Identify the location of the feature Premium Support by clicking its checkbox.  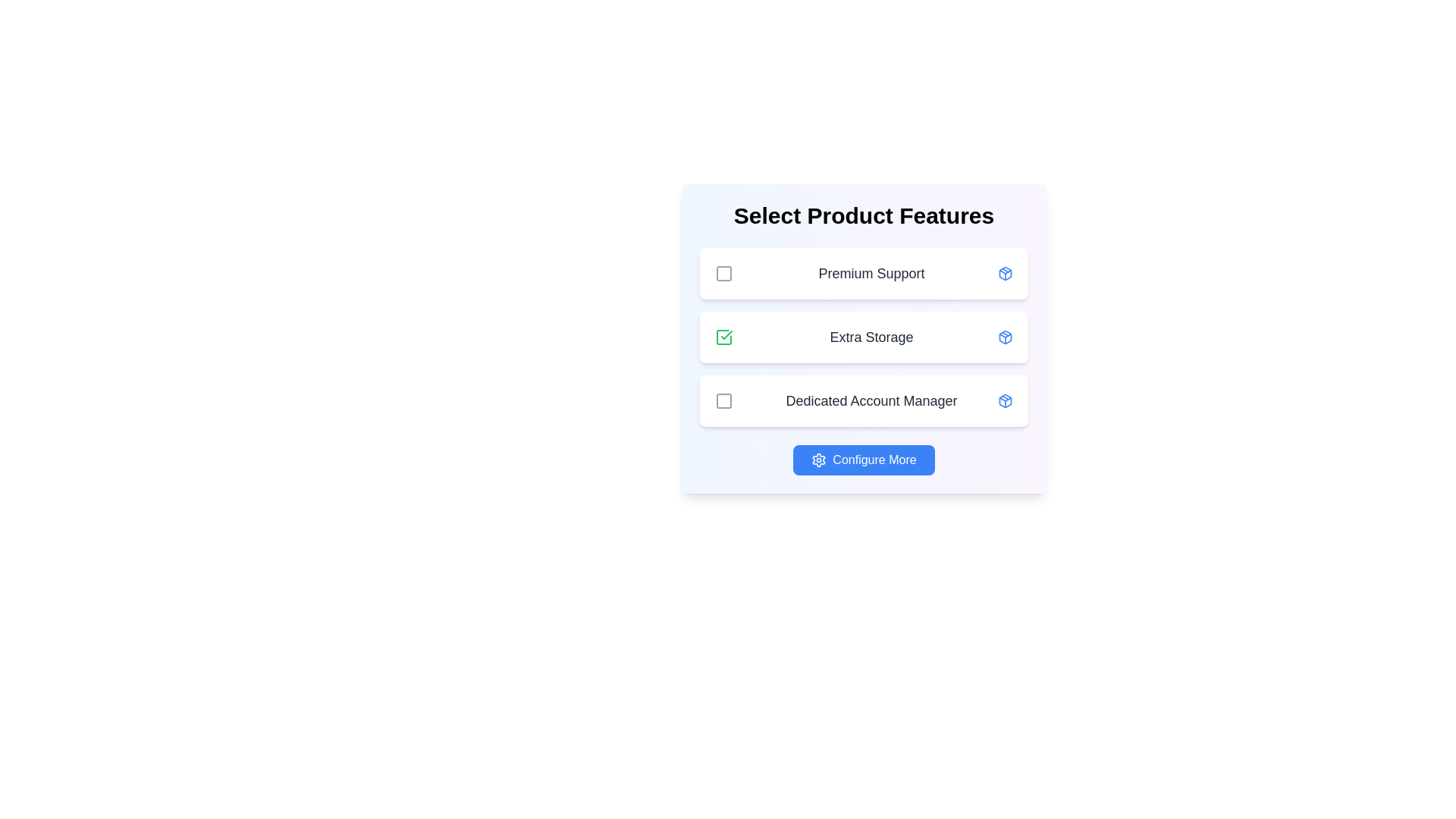
(723, 274).